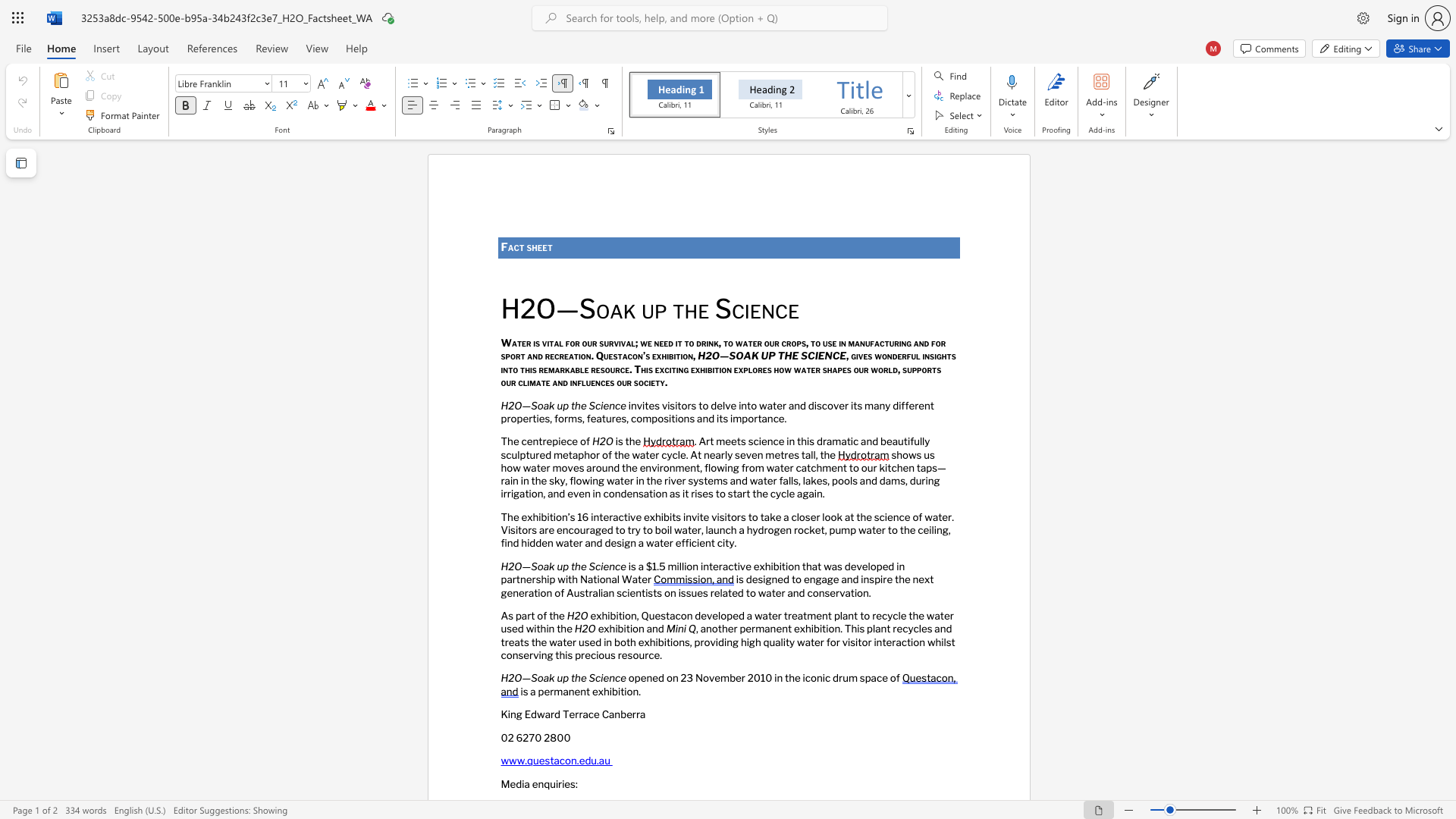 The image size is (1456, 819). Describe the element at coordinates (751, 308) in the screenshot. I see `the space between the continuous character "i" and "e" in the text` at that location.